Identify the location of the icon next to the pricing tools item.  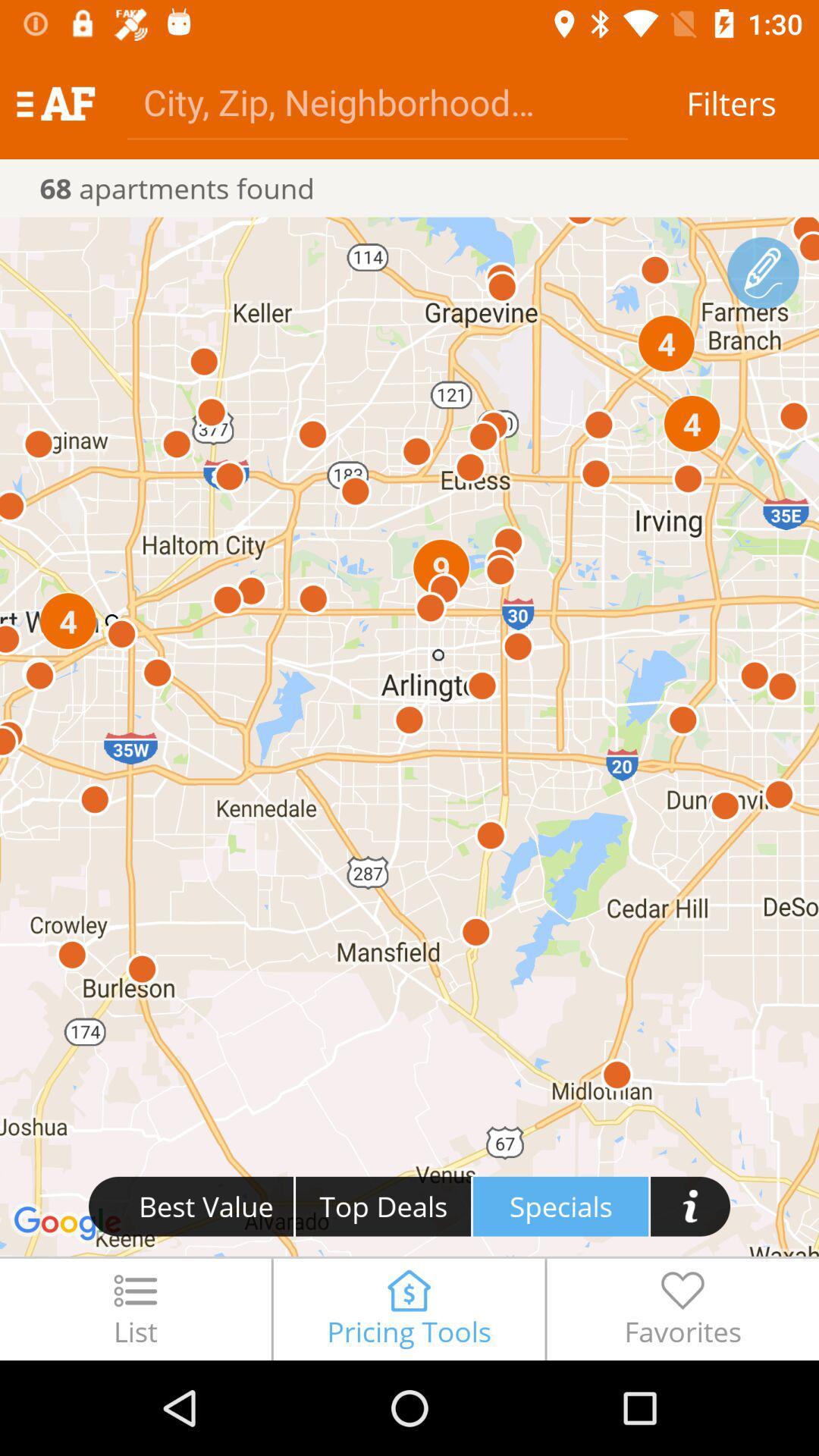
(682, 1308).